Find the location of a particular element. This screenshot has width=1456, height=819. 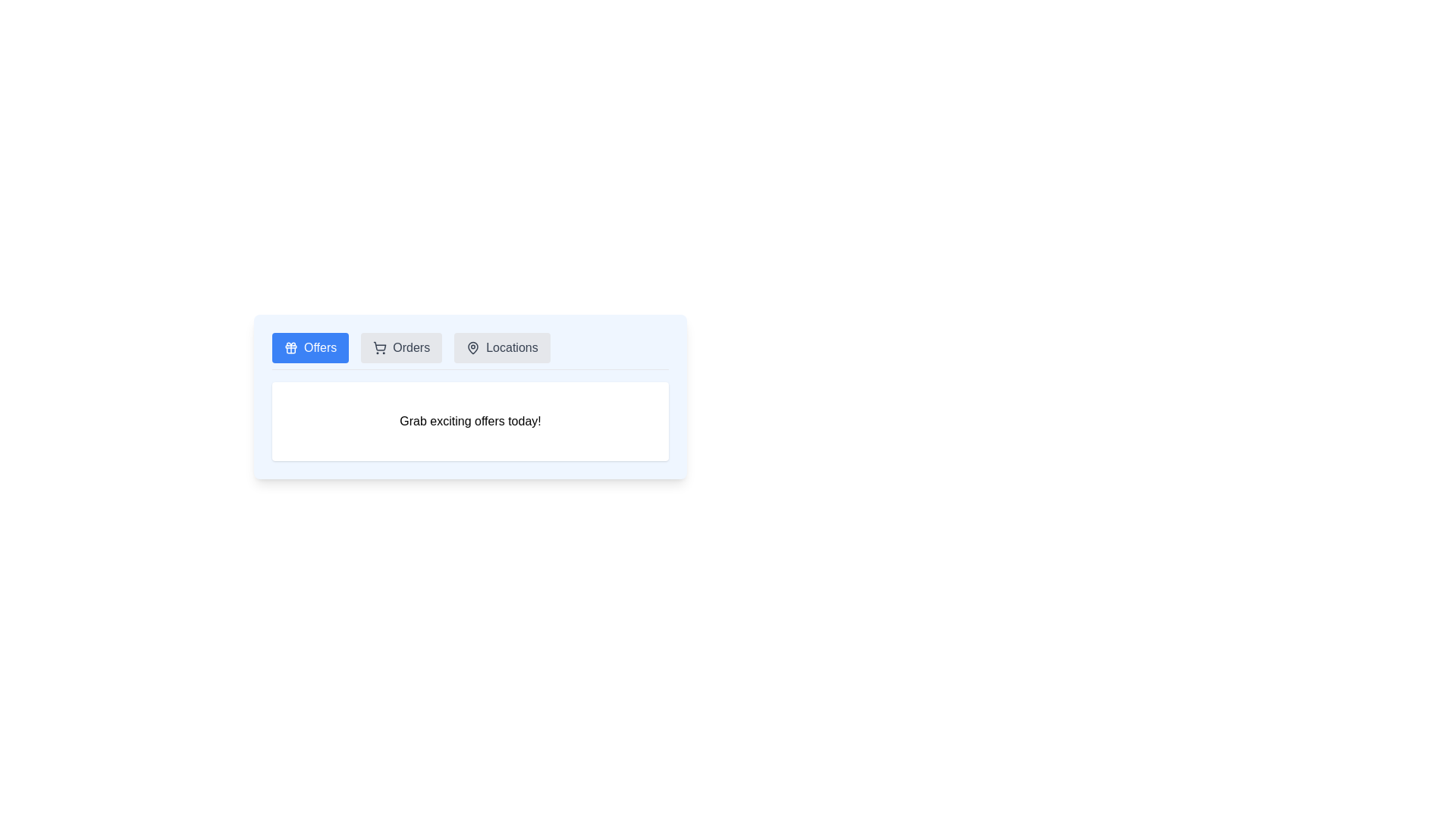

the tab labeled Offers is located at coordinates (309, 348).